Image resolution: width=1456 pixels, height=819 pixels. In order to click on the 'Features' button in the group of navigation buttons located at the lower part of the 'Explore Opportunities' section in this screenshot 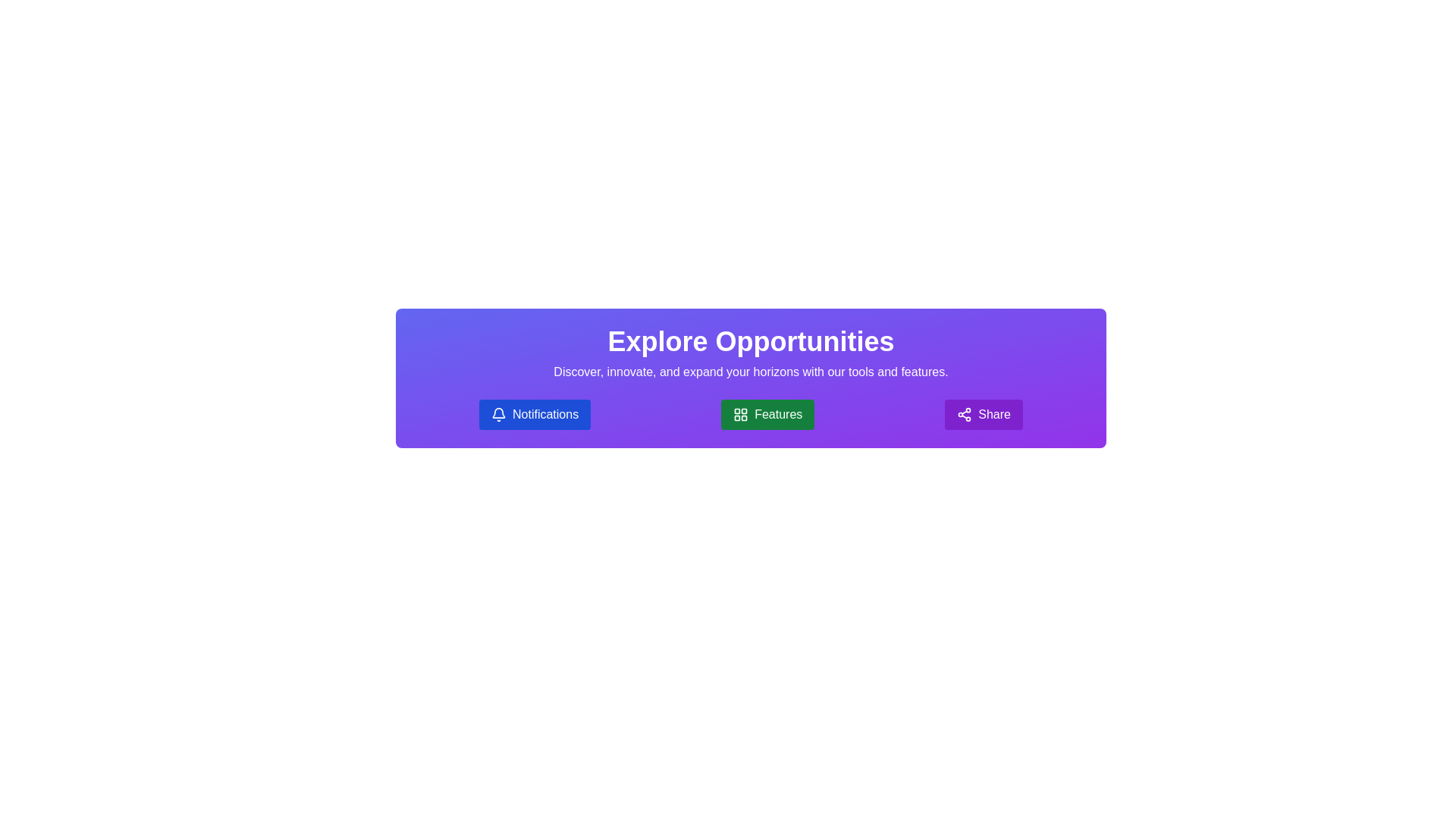, I will do `click(751, 415)`.